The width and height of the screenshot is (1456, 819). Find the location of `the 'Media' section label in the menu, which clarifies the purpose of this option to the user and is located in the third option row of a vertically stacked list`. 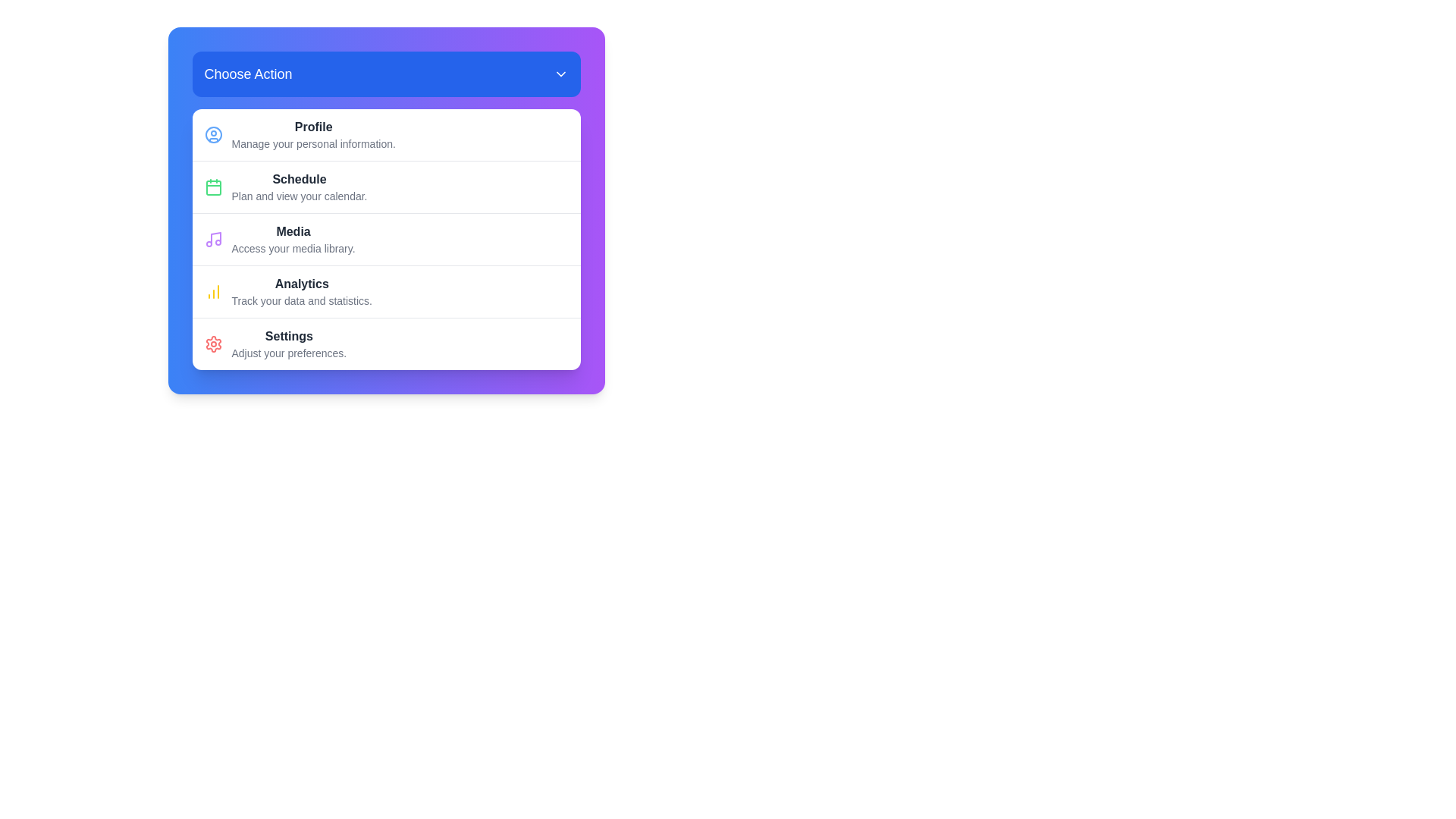

the 'Media' section label in the menu, which clarifies the purpose of this option to the user and is located in the third option row of a vertically stacked list is located at coordinates (293, 231).